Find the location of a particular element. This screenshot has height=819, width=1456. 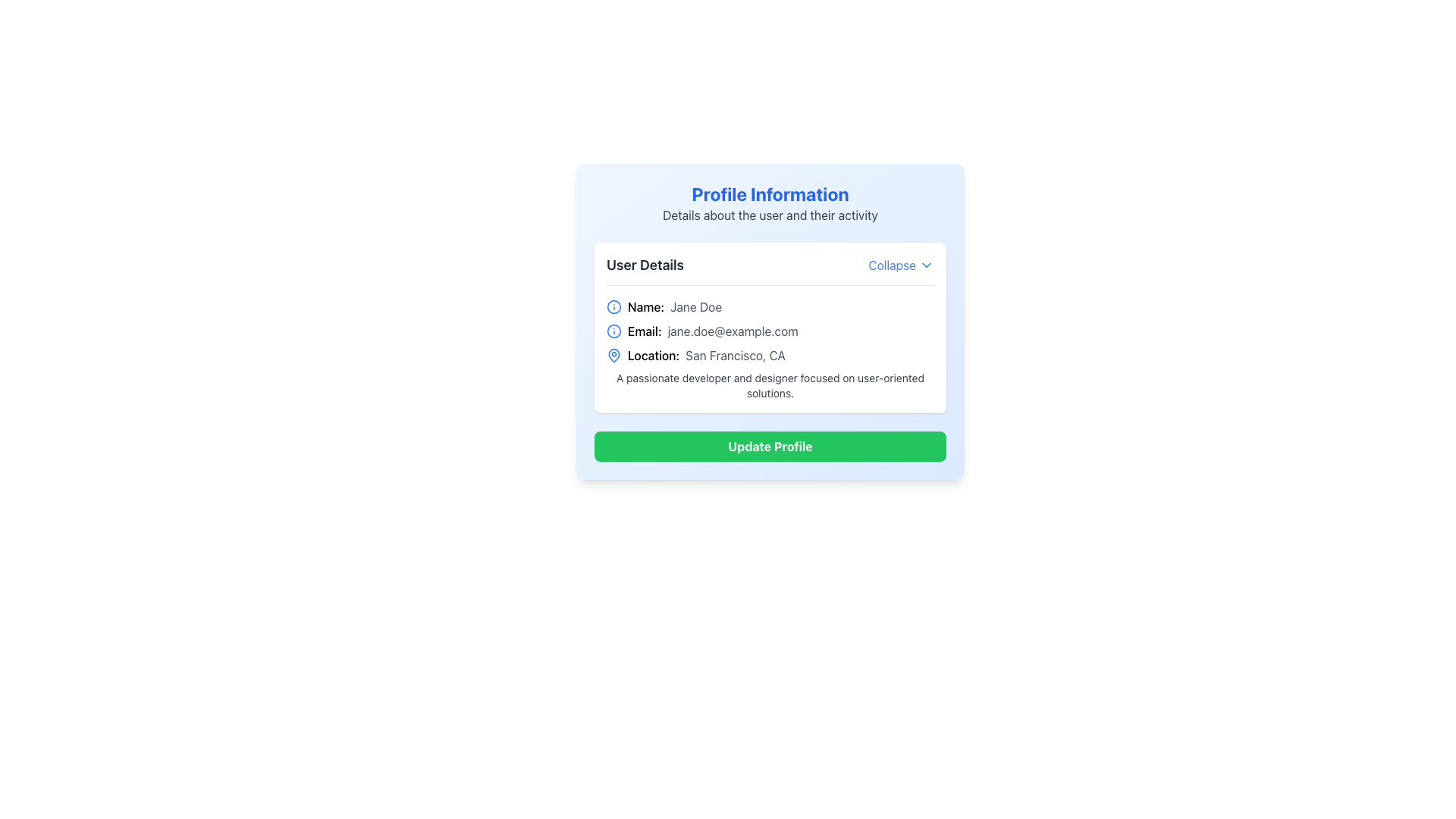

the text label 'Name:' which is positioned immediately before the text 'Jane Doe' in the user details section of the card-style interface is located at coordinates (646, 307).